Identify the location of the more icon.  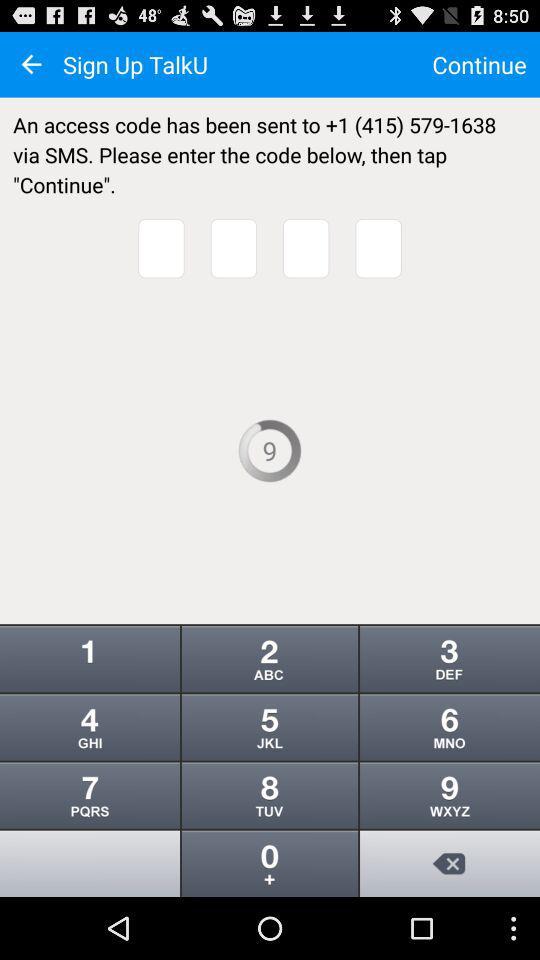
(270, 777).